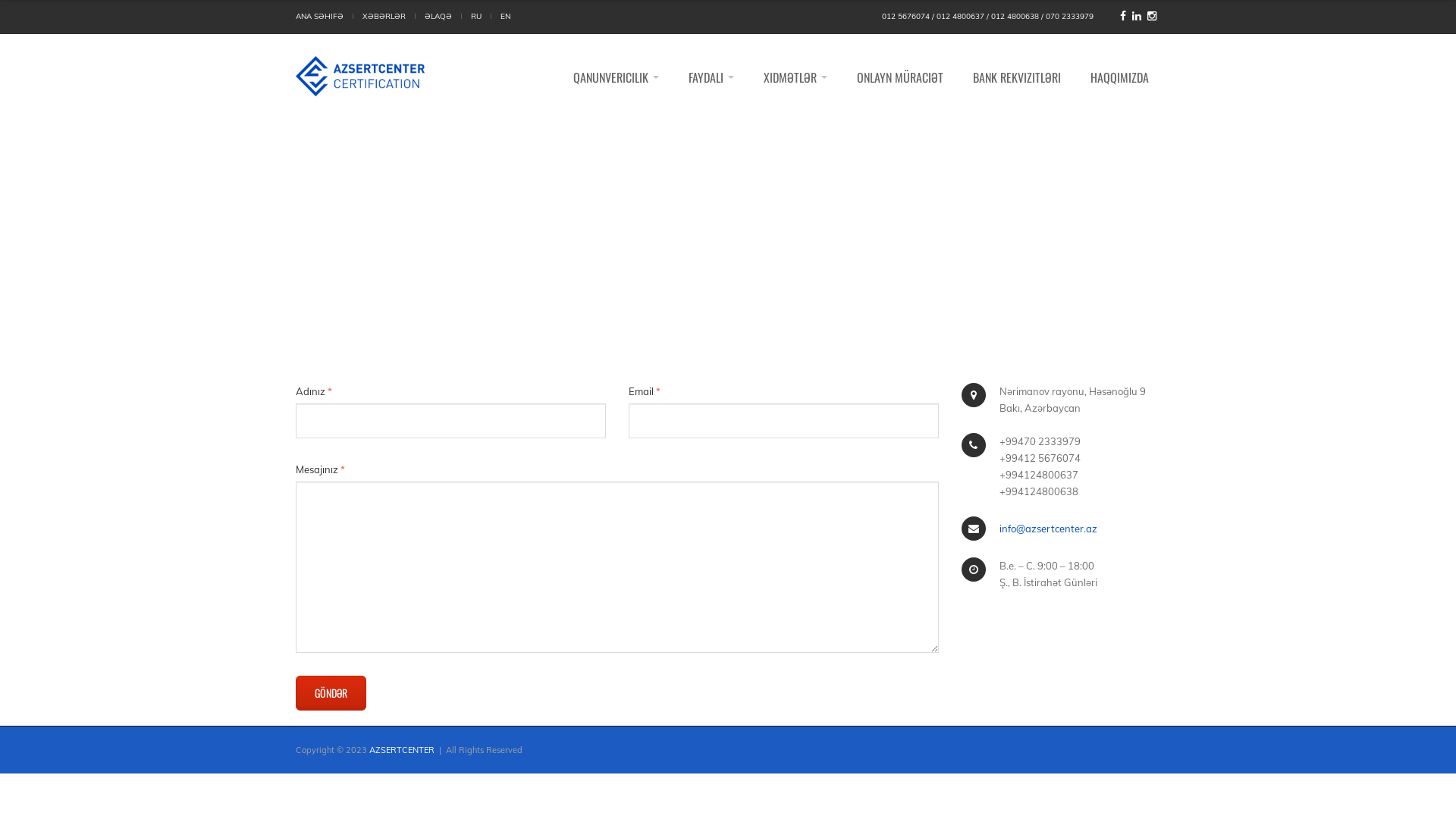 The height and width of the screenshot is (819, 1456). What do you see at coordinates (616, 77) in the screenshot?
I see `'QANUNVERICILIK'` at bounding box center [616, 77].